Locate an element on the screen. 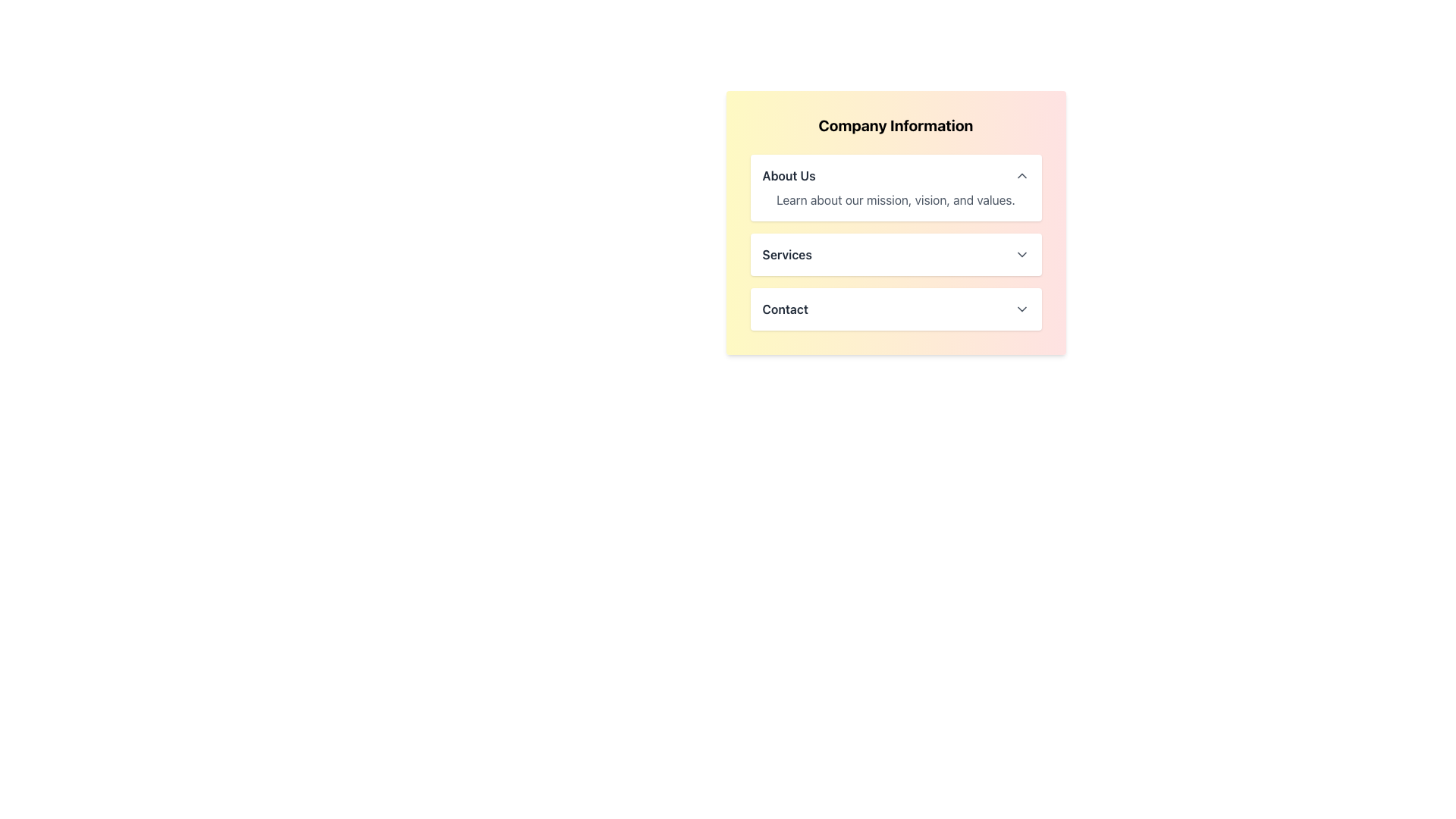 This screenshot has height=819, width=1456. the first collapsible list item under the 'Company Information' section is located at coordinates (896, 187).